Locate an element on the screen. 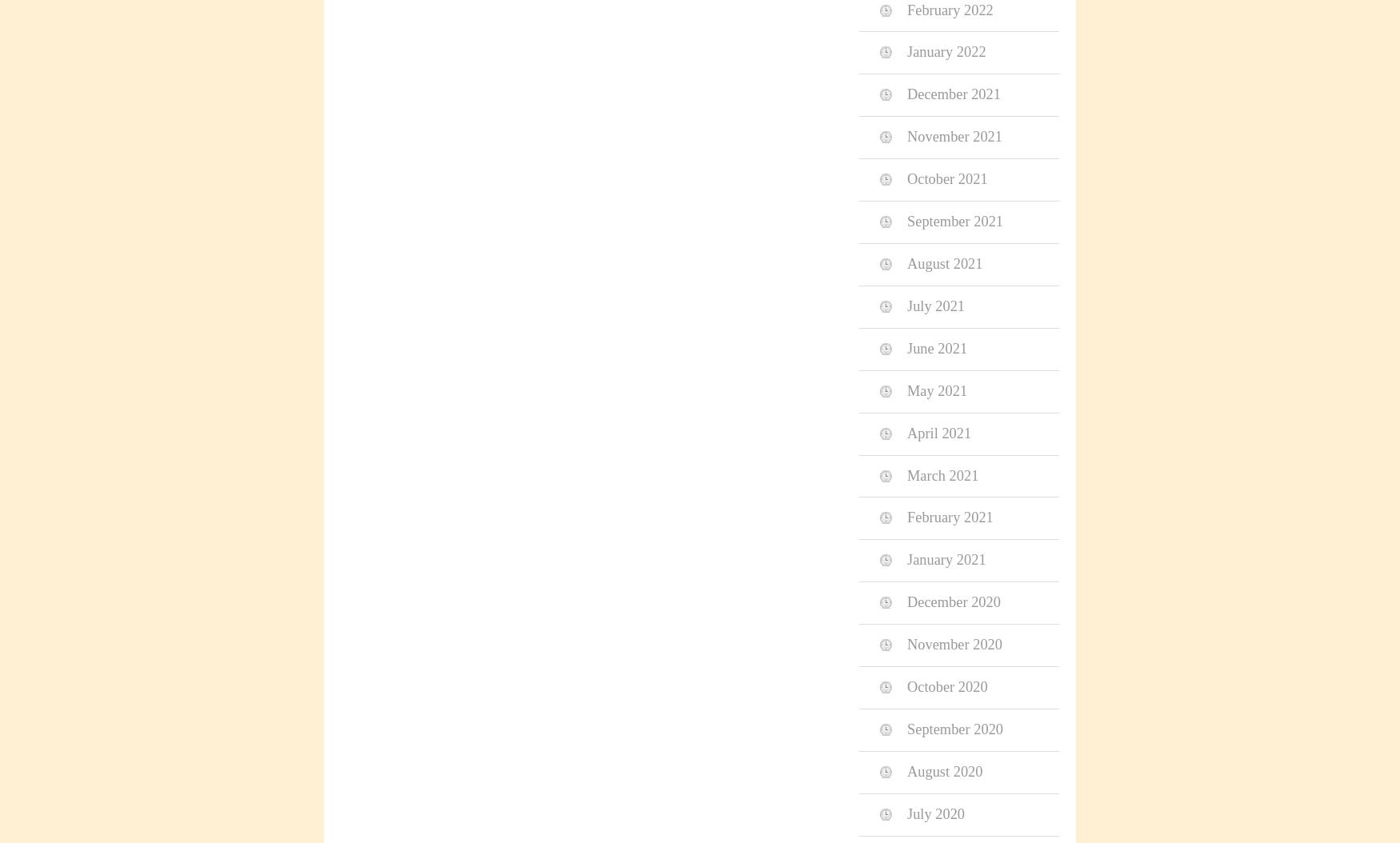 The width and height of the screenshot is (1400, 843). 'September 2021' is located at coordinates (906, 220).